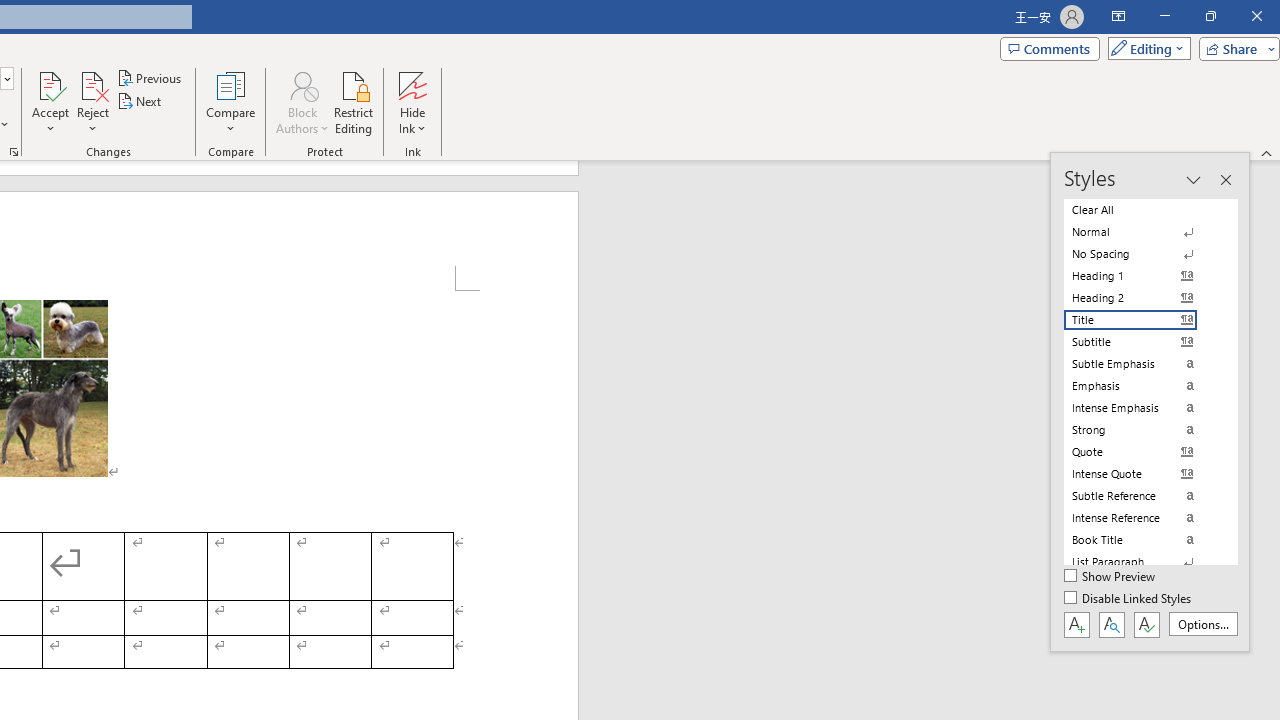 Image resolution: width=1280 pixels, height=720 pixels. I want to click on 'Reject', so click(91, 103).